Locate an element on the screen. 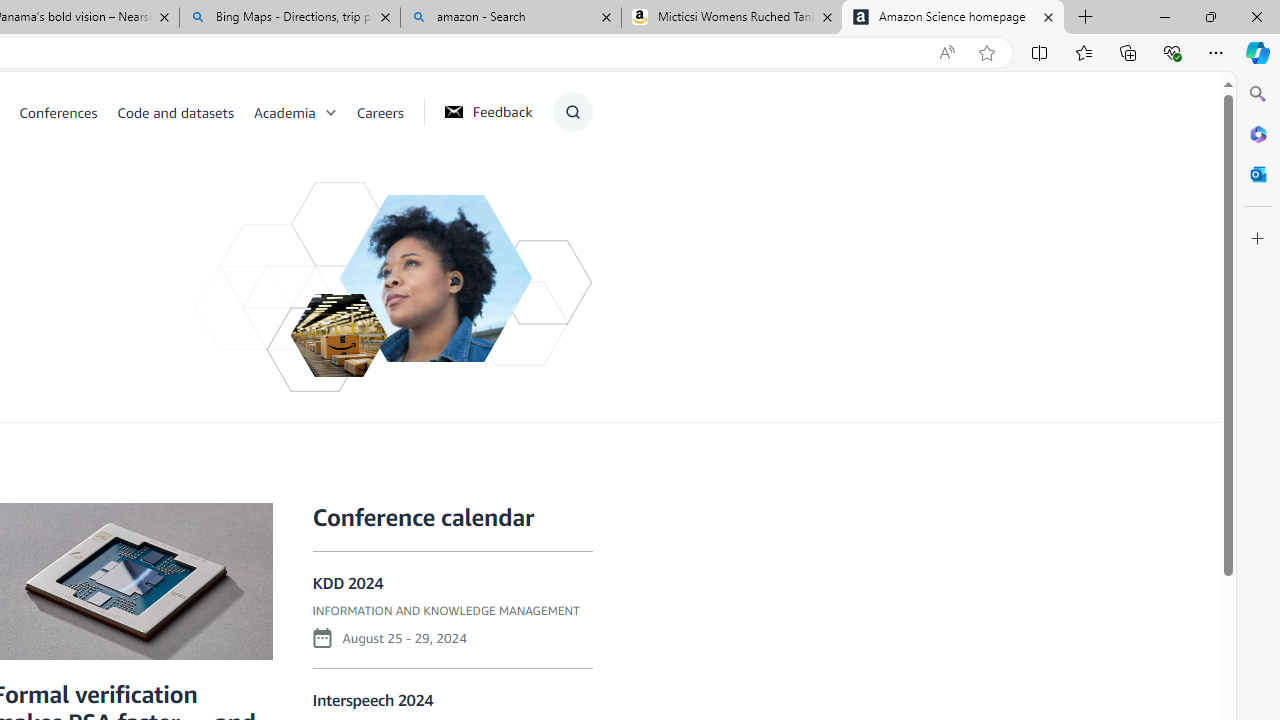 This screenshot has width=1280, height=720. 'Conferences' is located at coordinates (68, 111).